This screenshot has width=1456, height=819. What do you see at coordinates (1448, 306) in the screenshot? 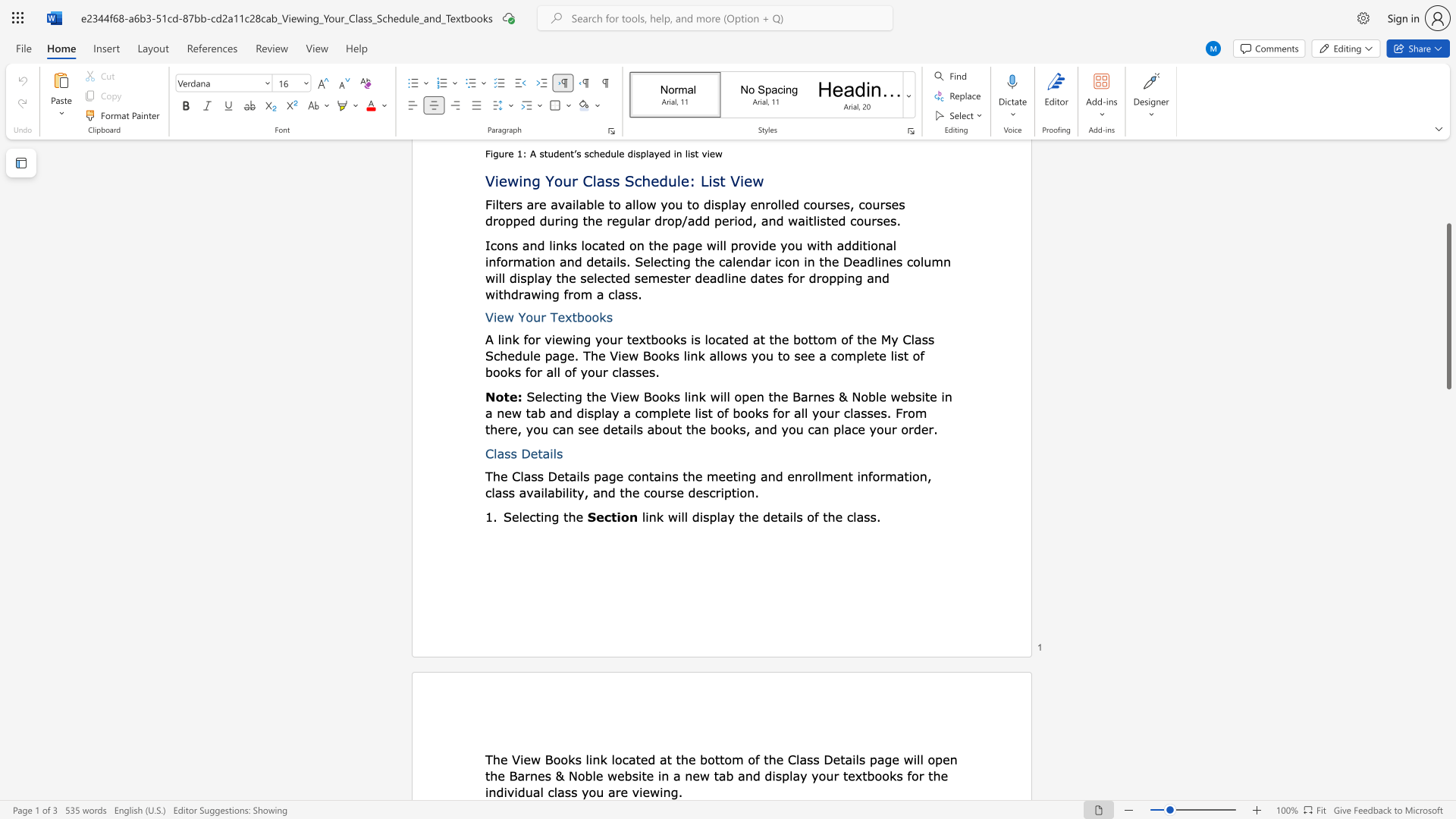
I see `the scrollbar and move up 250 pixels` at bounding box center [1448, 306].